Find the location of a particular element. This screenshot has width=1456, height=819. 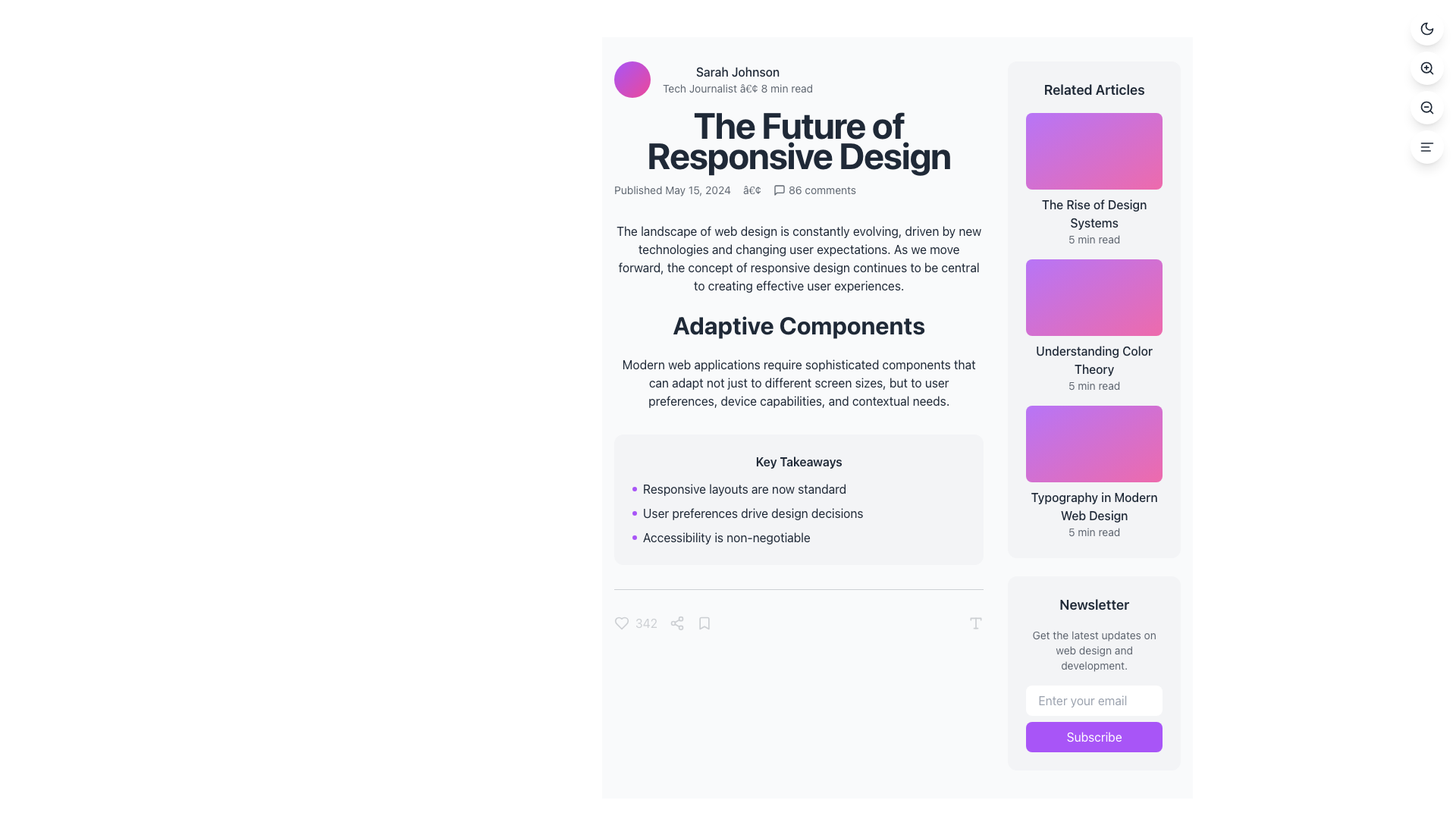

the Text label displaying the publication date information for the article, located below the main heading 'The Future of Responsive Design' is located at coordinates (672, 189).